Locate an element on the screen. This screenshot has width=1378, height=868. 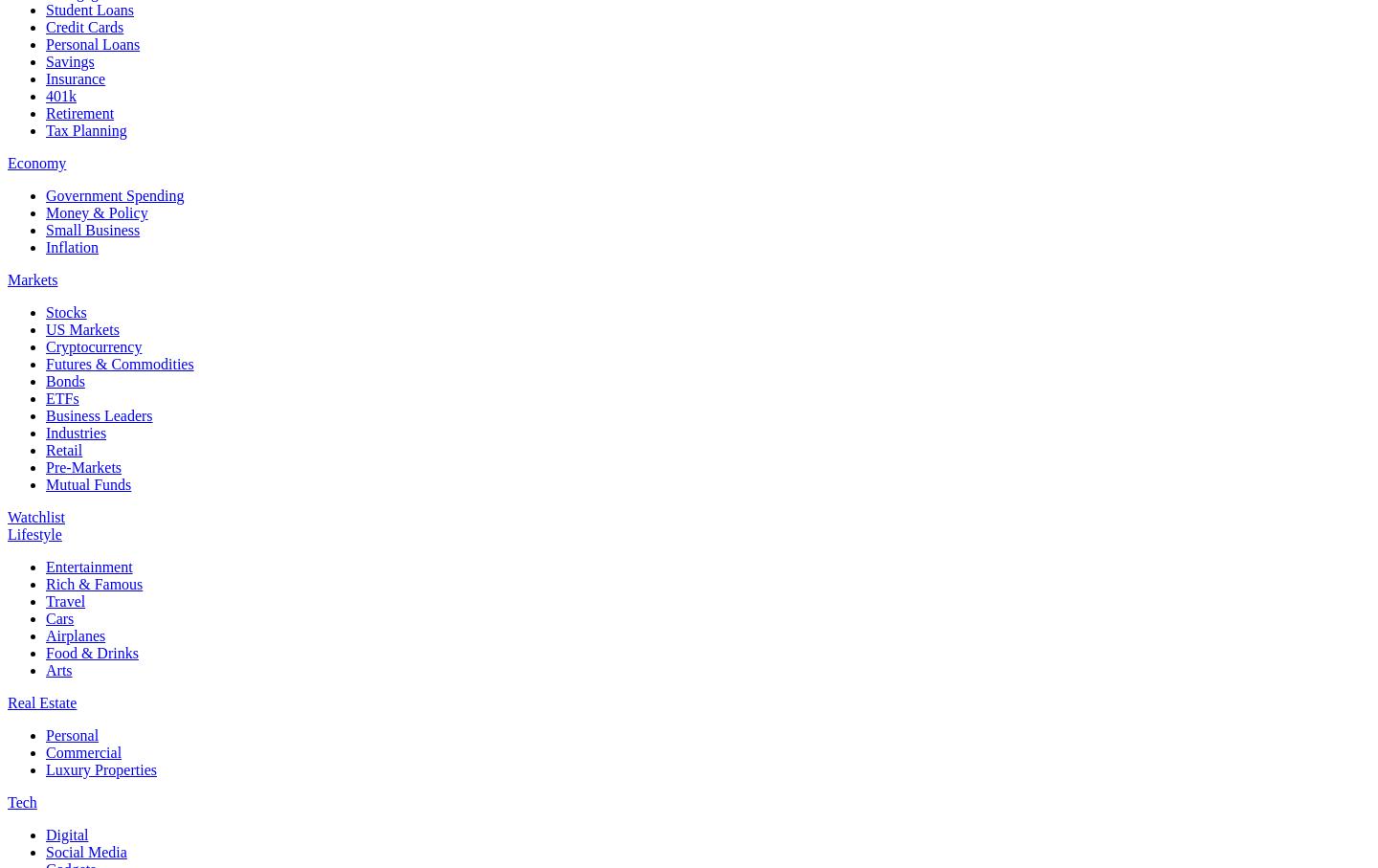
'Food & Drinks' is located at coordinates (92, 651).